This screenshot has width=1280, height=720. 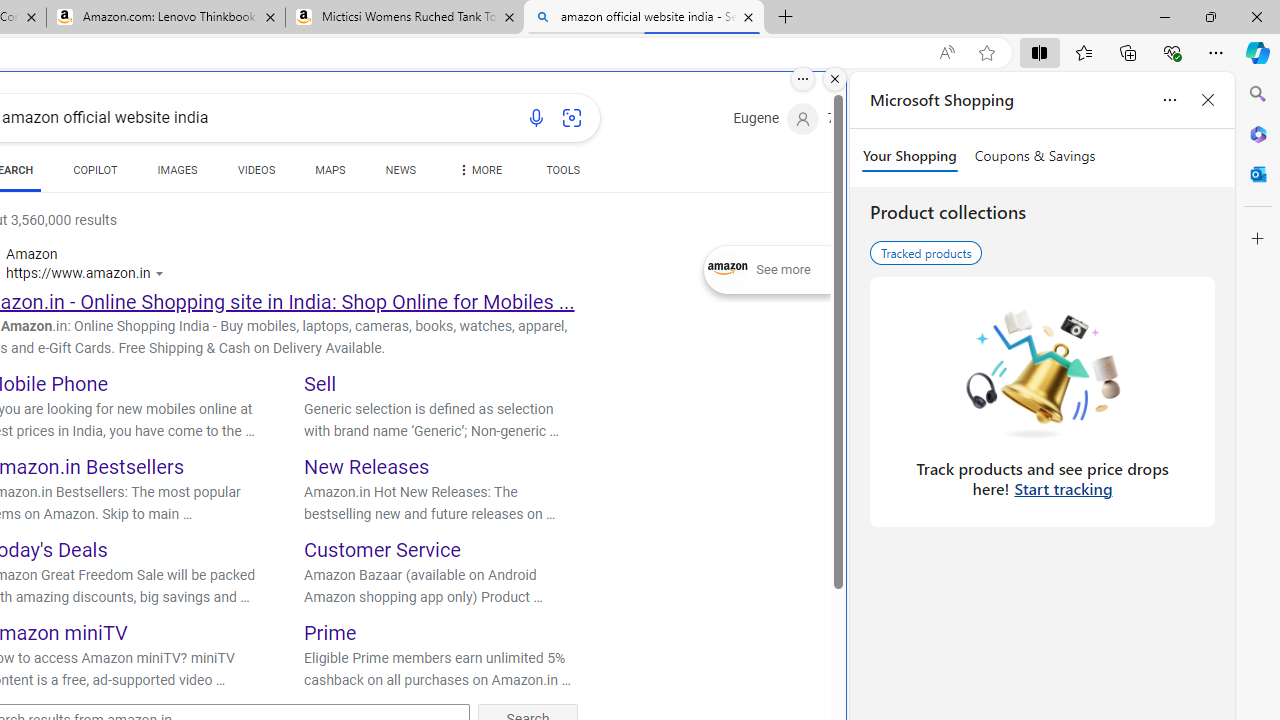 I want to click on 'Prime', so click(x=330, y=632).